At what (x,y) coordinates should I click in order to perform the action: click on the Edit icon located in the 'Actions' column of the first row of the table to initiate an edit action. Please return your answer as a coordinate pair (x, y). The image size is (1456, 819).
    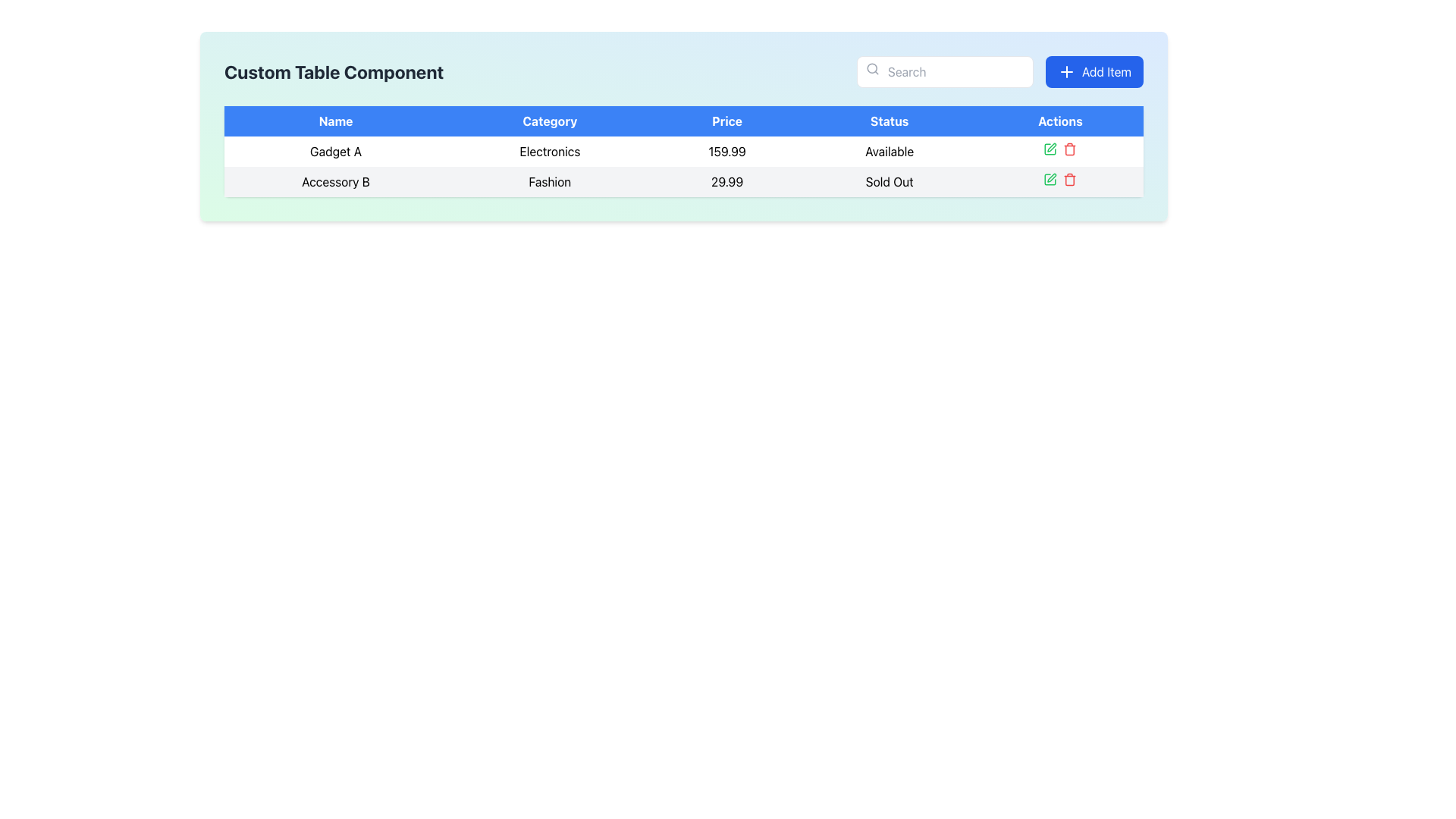
    Looking at the image, I should click on (1050, 149).